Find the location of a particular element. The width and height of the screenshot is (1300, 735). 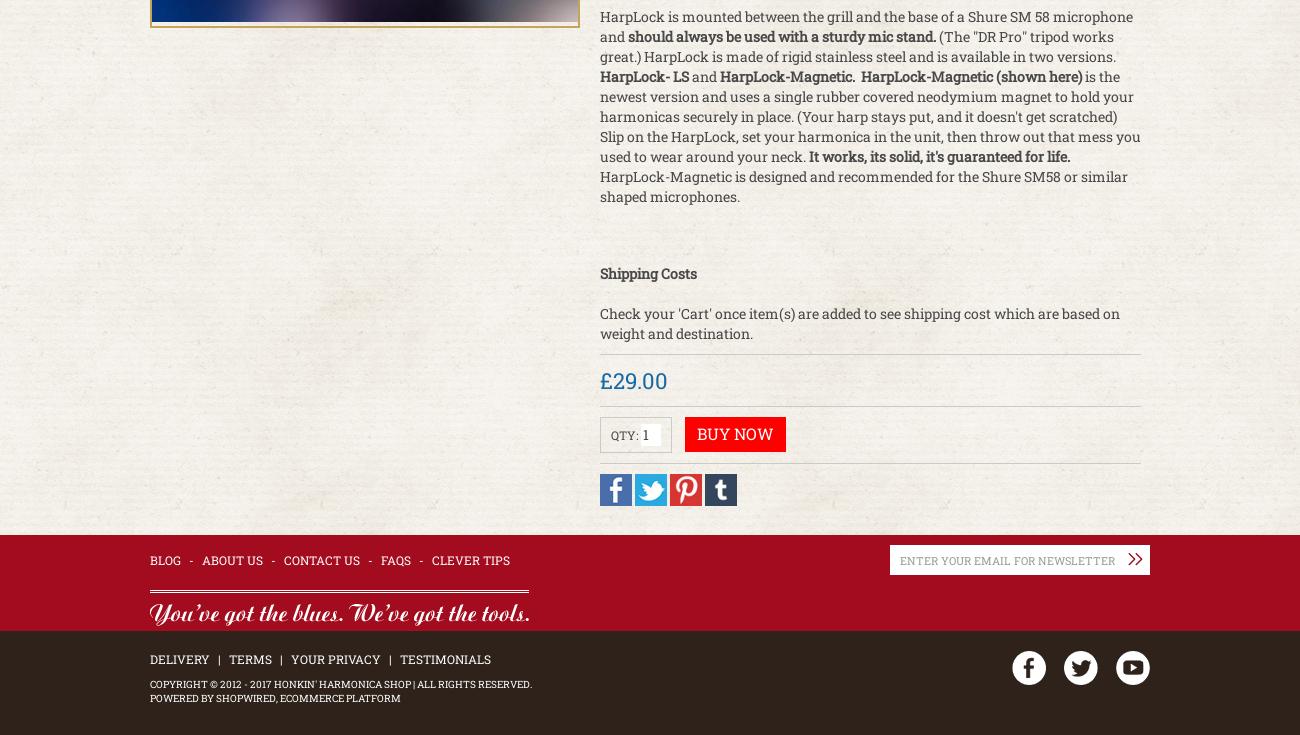

'always' is located at coordinates (698, 35).